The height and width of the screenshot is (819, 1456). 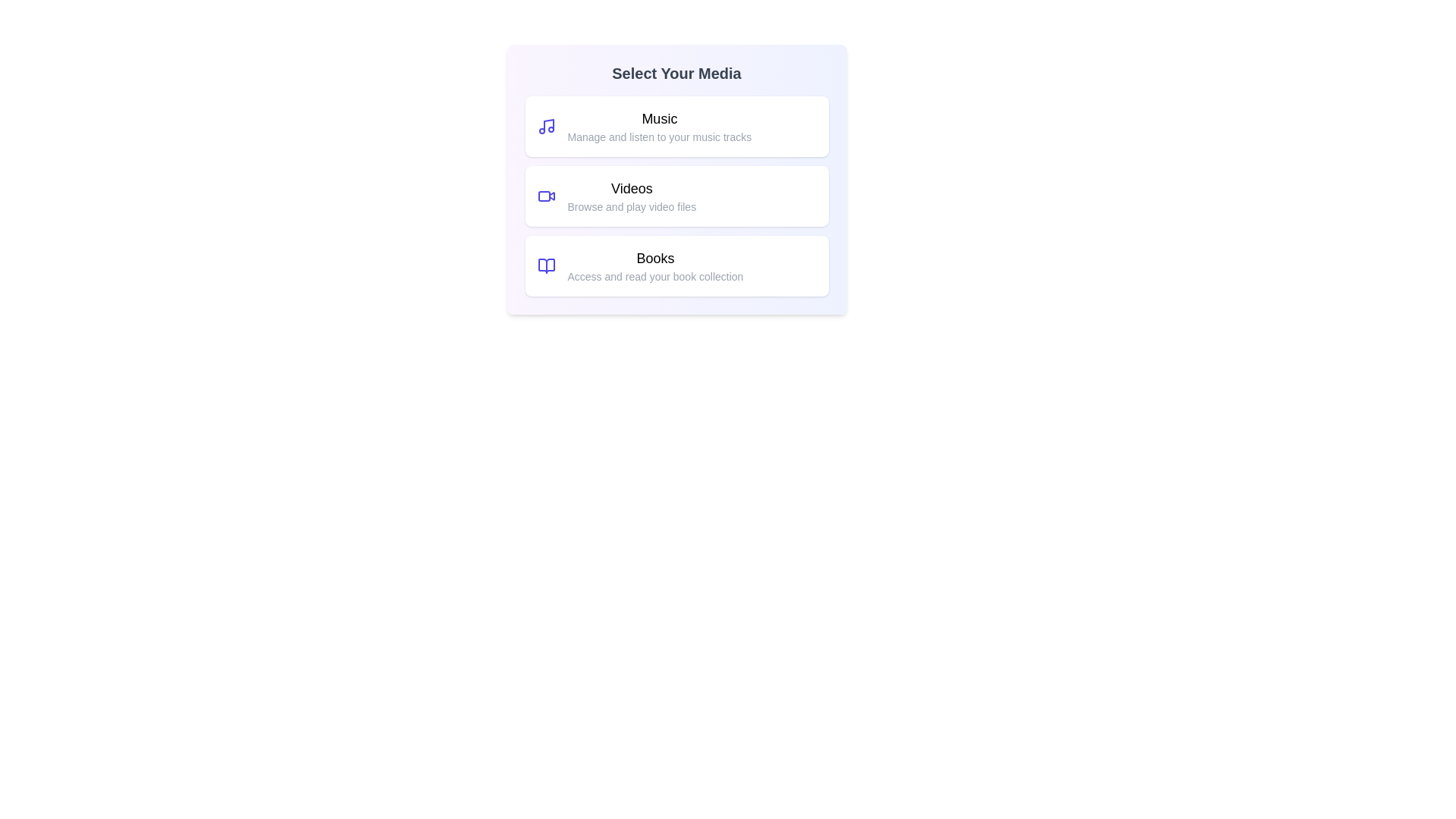 I want to click on the media option Music to see the hover effect, so click(x=676, y=125).